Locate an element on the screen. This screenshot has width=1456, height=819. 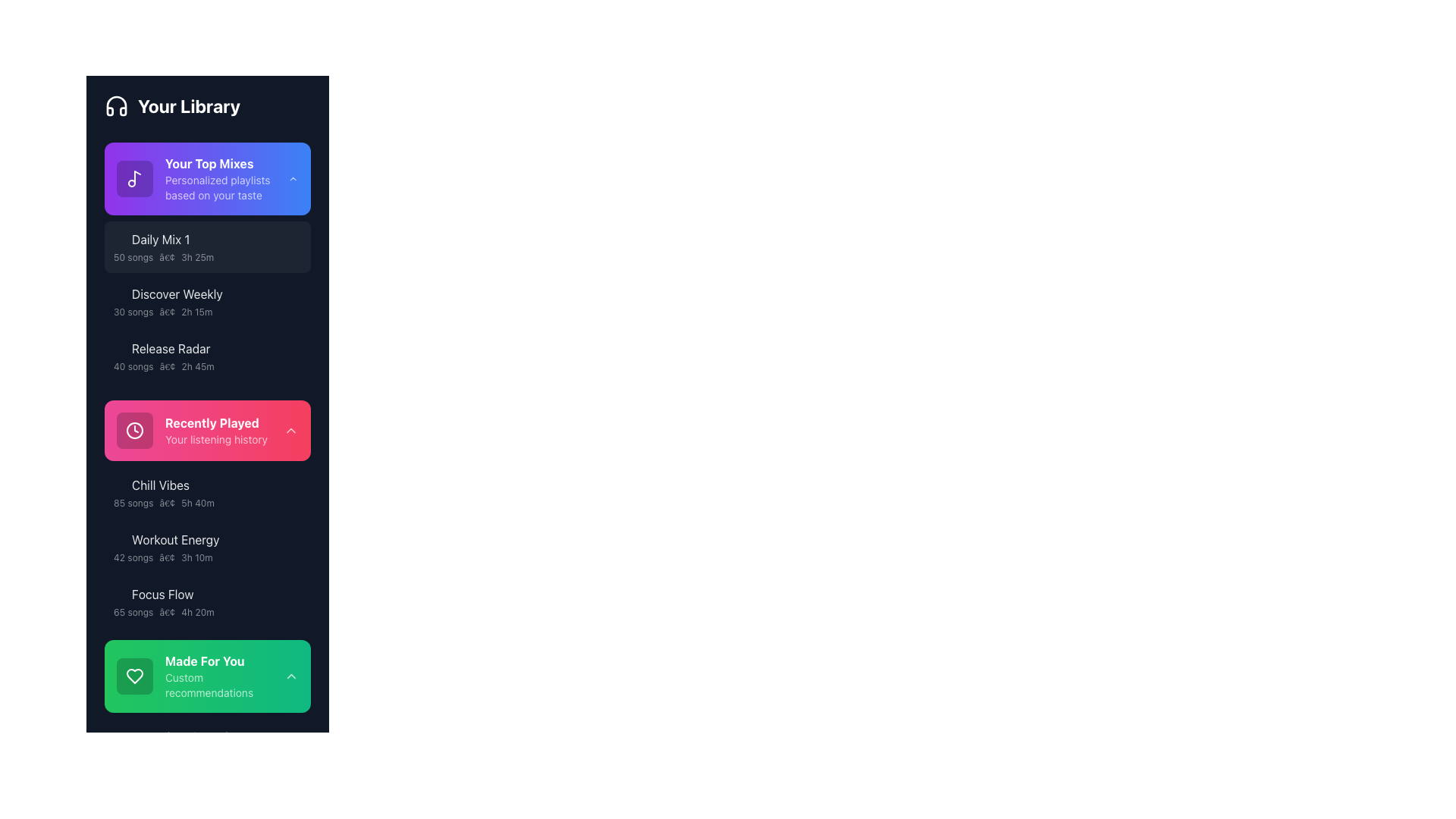
the text separator bullet symbol located between '50 songs' and '3h 25m', which is visually represented as a small circular dot is located at coordinates (167, 256).